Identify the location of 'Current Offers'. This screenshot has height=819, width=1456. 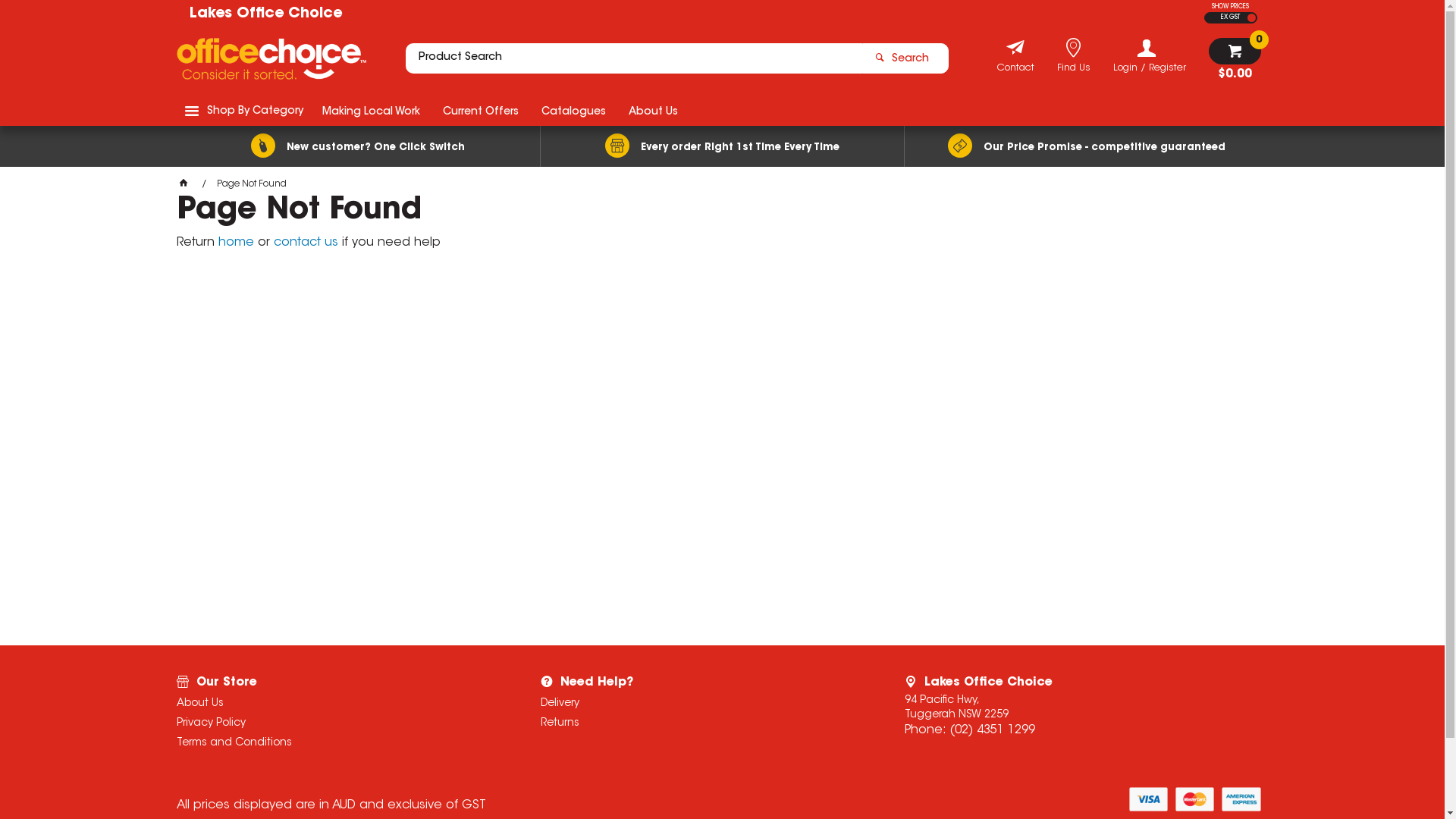
(479, 110).